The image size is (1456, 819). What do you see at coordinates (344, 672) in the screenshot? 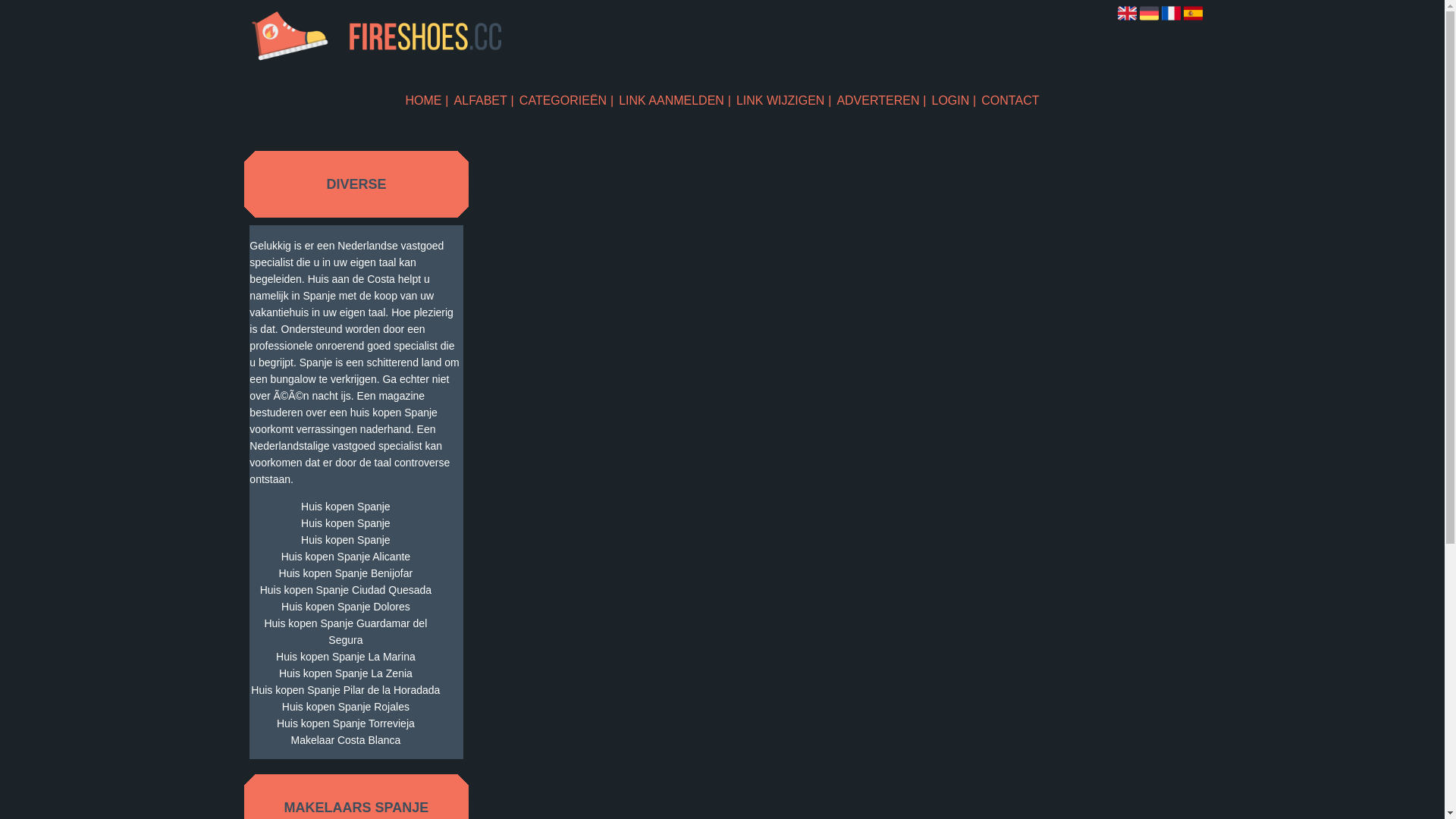
I see `'Huis kopen Spanje La Zenia'` at bounding box center [344, 672].